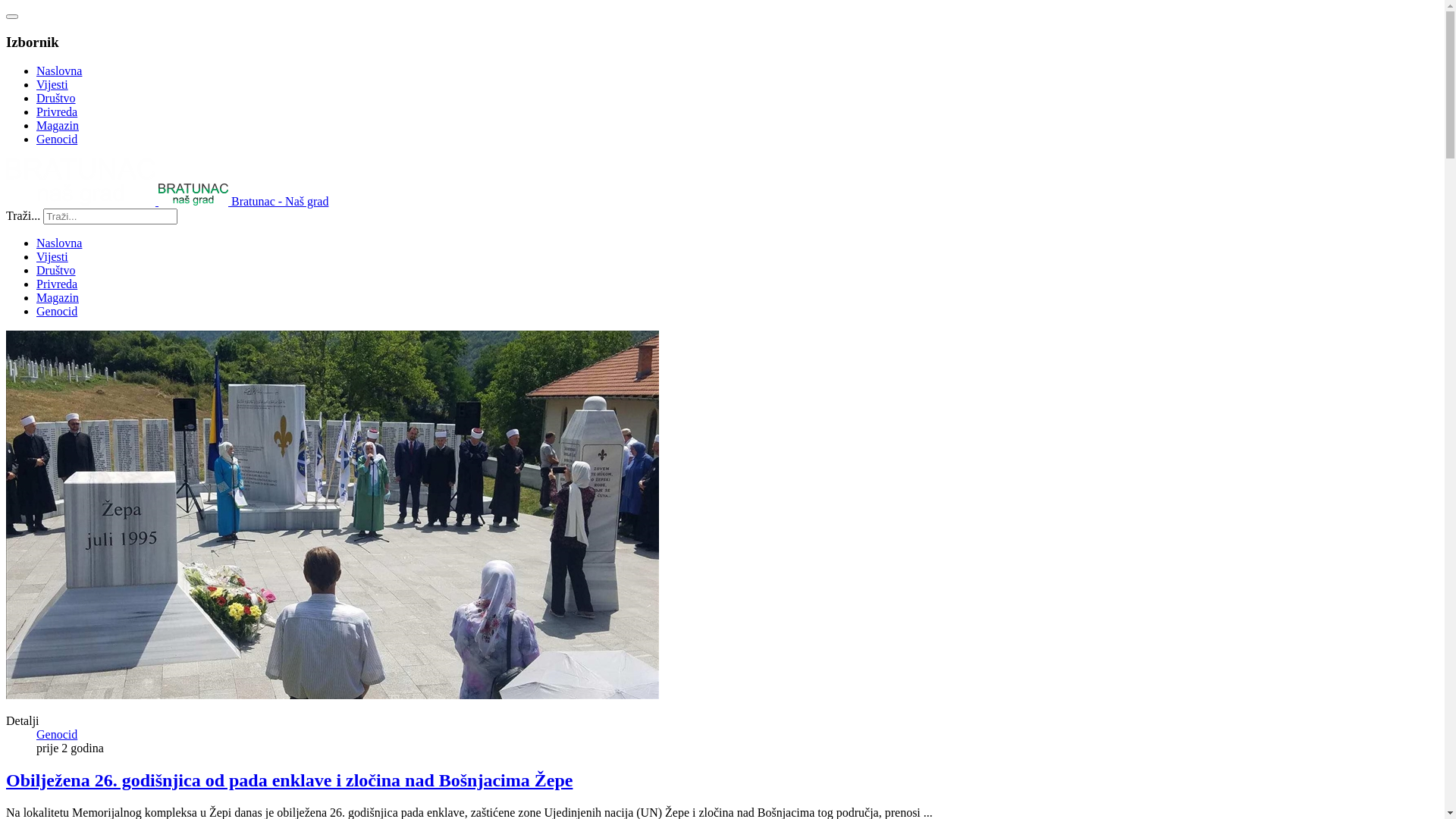 This screenshot has width=1456, height=819. What do you see at coordinates (36, 310) in the screenshot?
I see `'Genocid'` at bounding box center [36, 310].